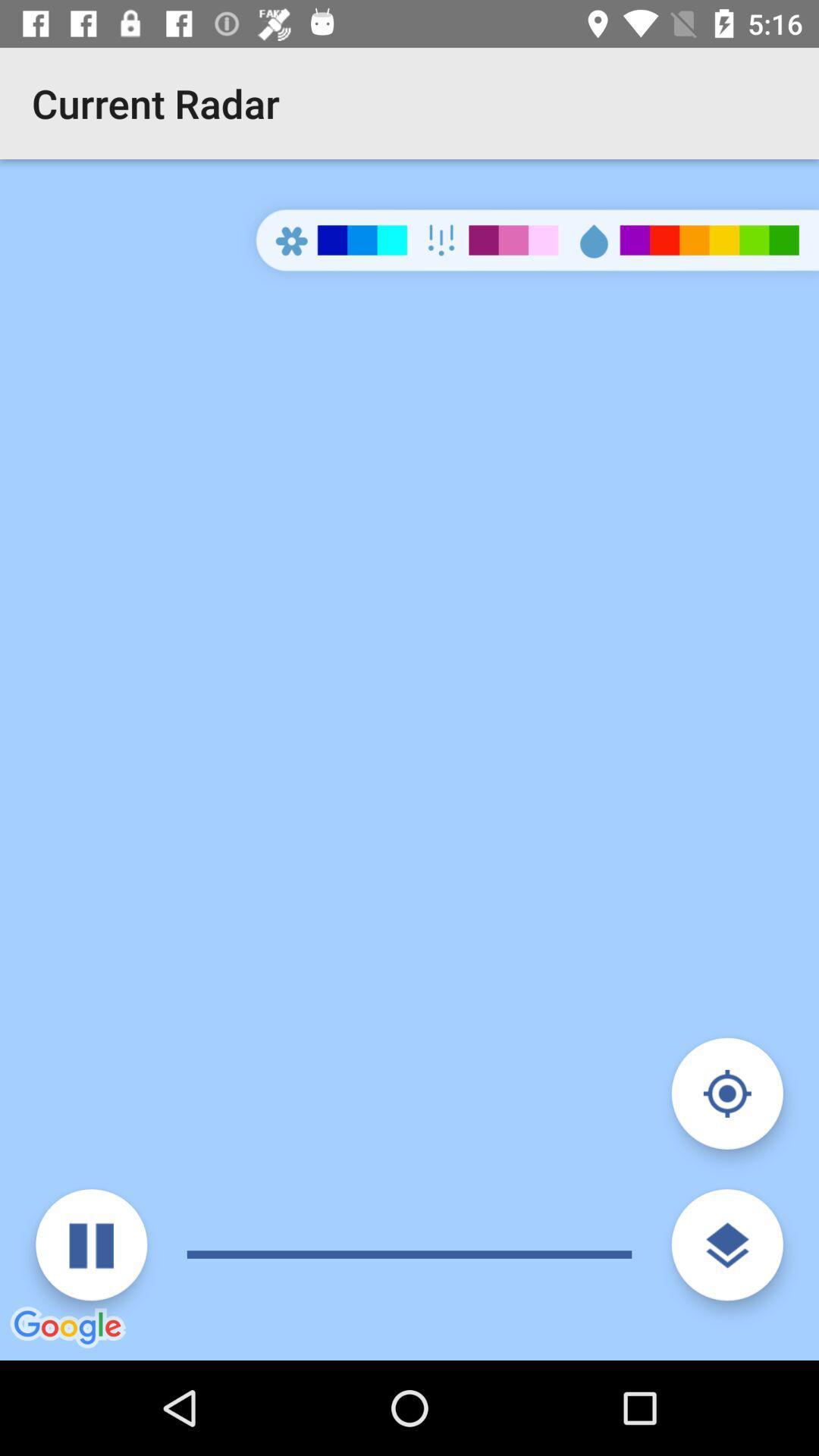  Describe the element at coordinates (91, 1244) in the screenshot. I see `the pause icon` at that location.